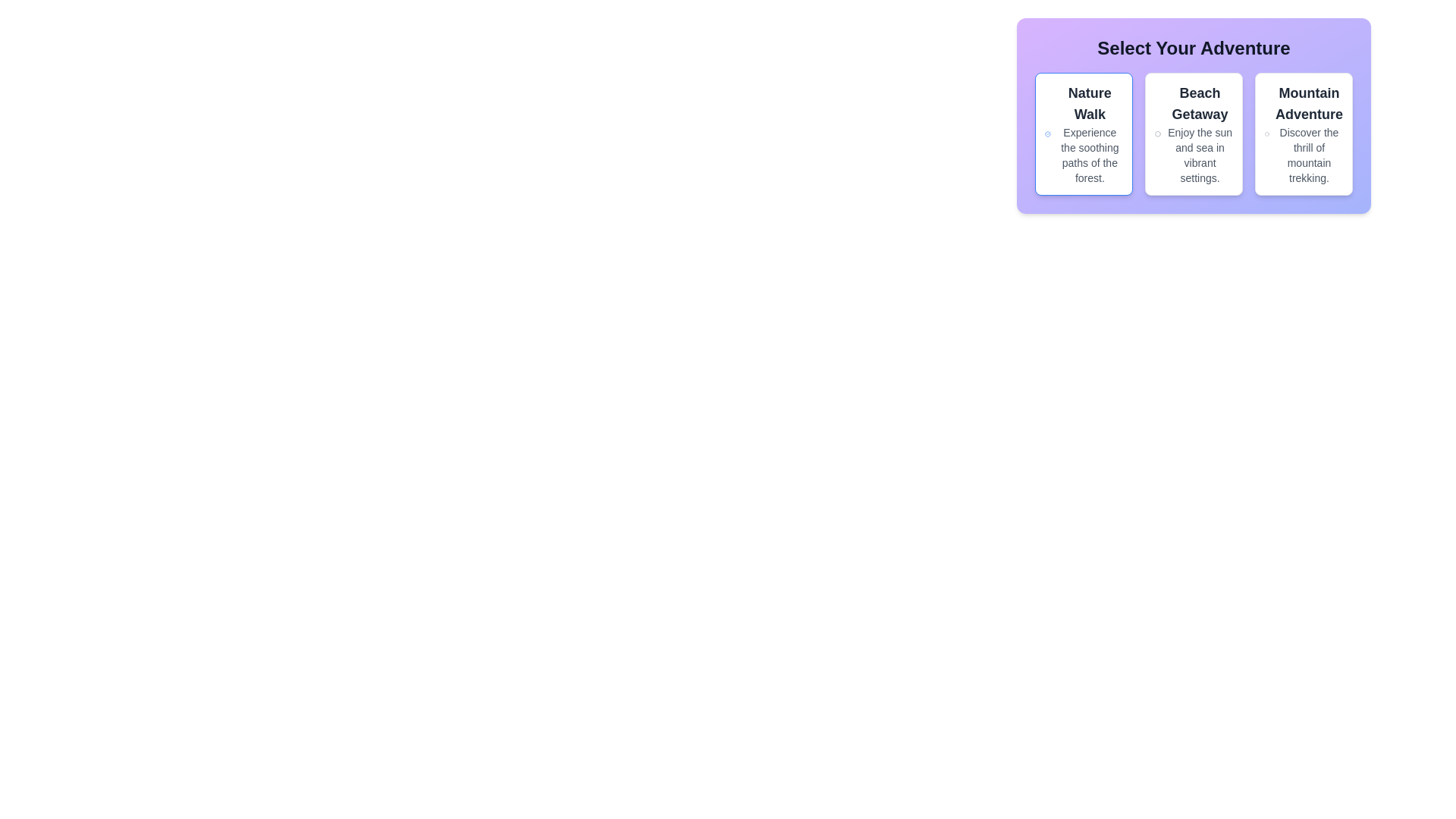 The image size is (1456, 819). I want to click on the Text label that serves as the title or header of the first card in the upper center of the interface, so click(1089, 103).